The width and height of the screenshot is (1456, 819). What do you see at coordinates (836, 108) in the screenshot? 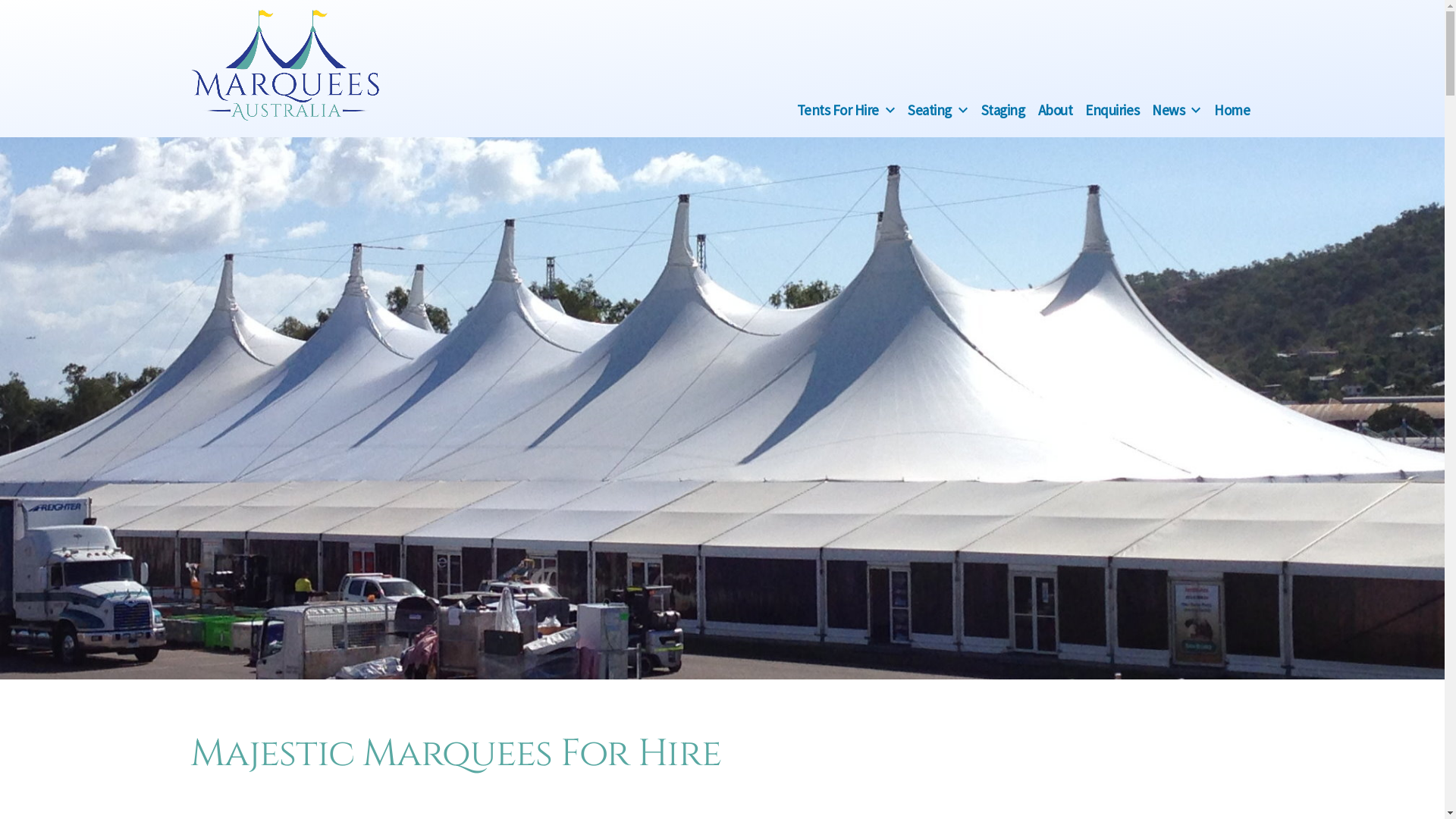
I see `'Tents For Hire'` at bounding box center [836, 108].